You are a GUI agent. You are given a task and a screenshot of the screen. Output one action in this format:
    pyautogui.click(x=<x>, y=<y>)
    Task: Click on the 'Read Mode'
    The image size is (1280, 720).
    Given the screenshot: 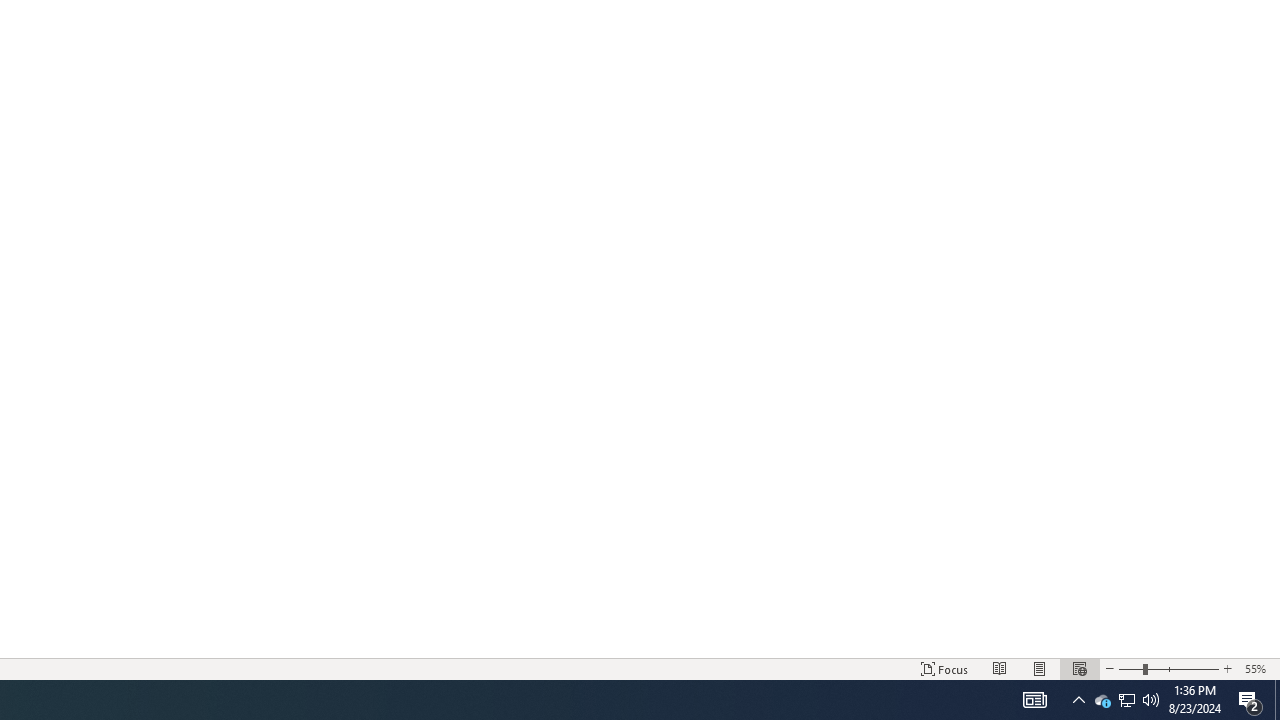 What is the action you would take?
    pyautogui.click(x=1000, y=669)
    